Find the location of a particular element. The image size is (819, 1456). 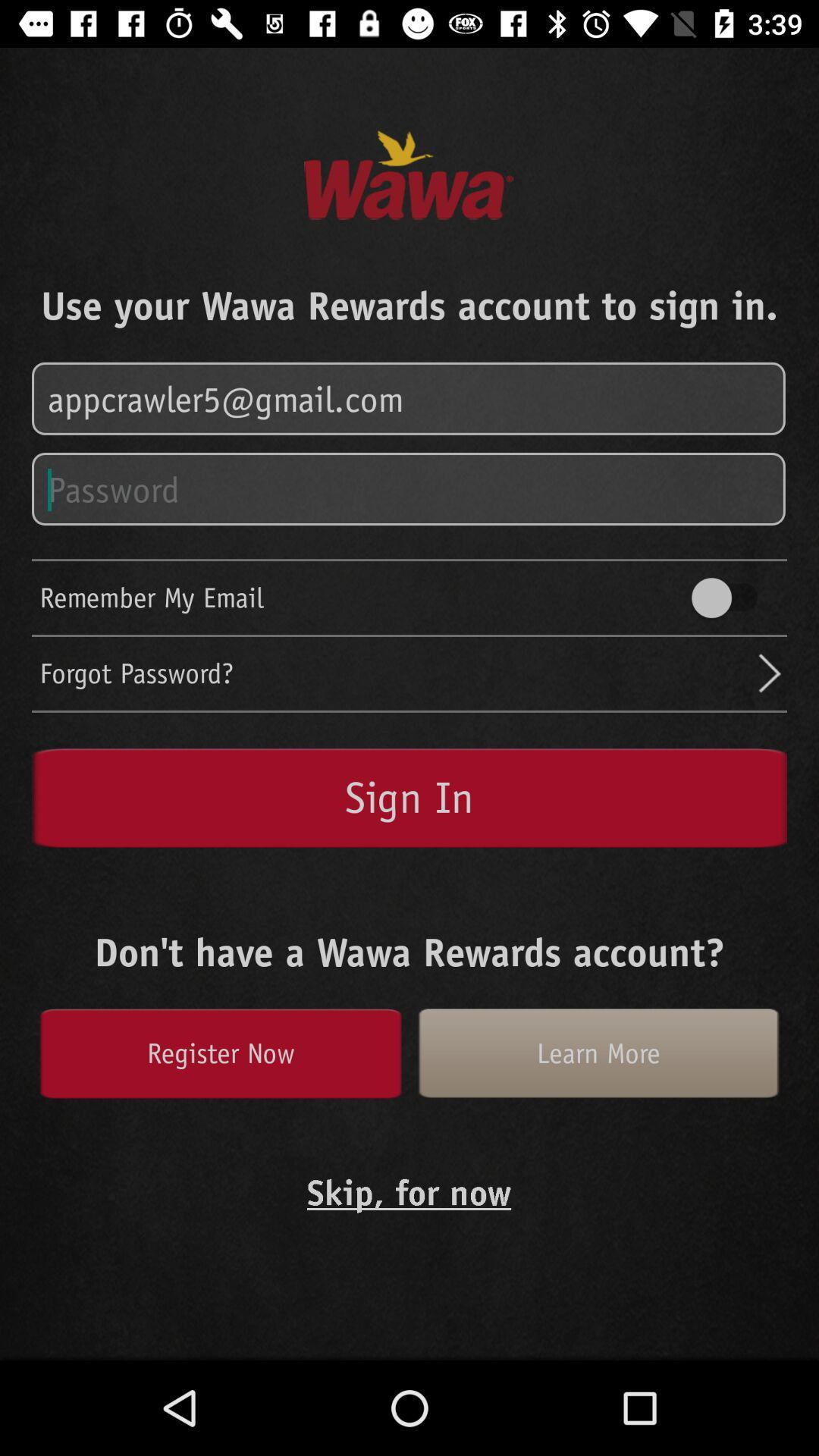

the forgot password? icon is located at coordinates (396, 673).